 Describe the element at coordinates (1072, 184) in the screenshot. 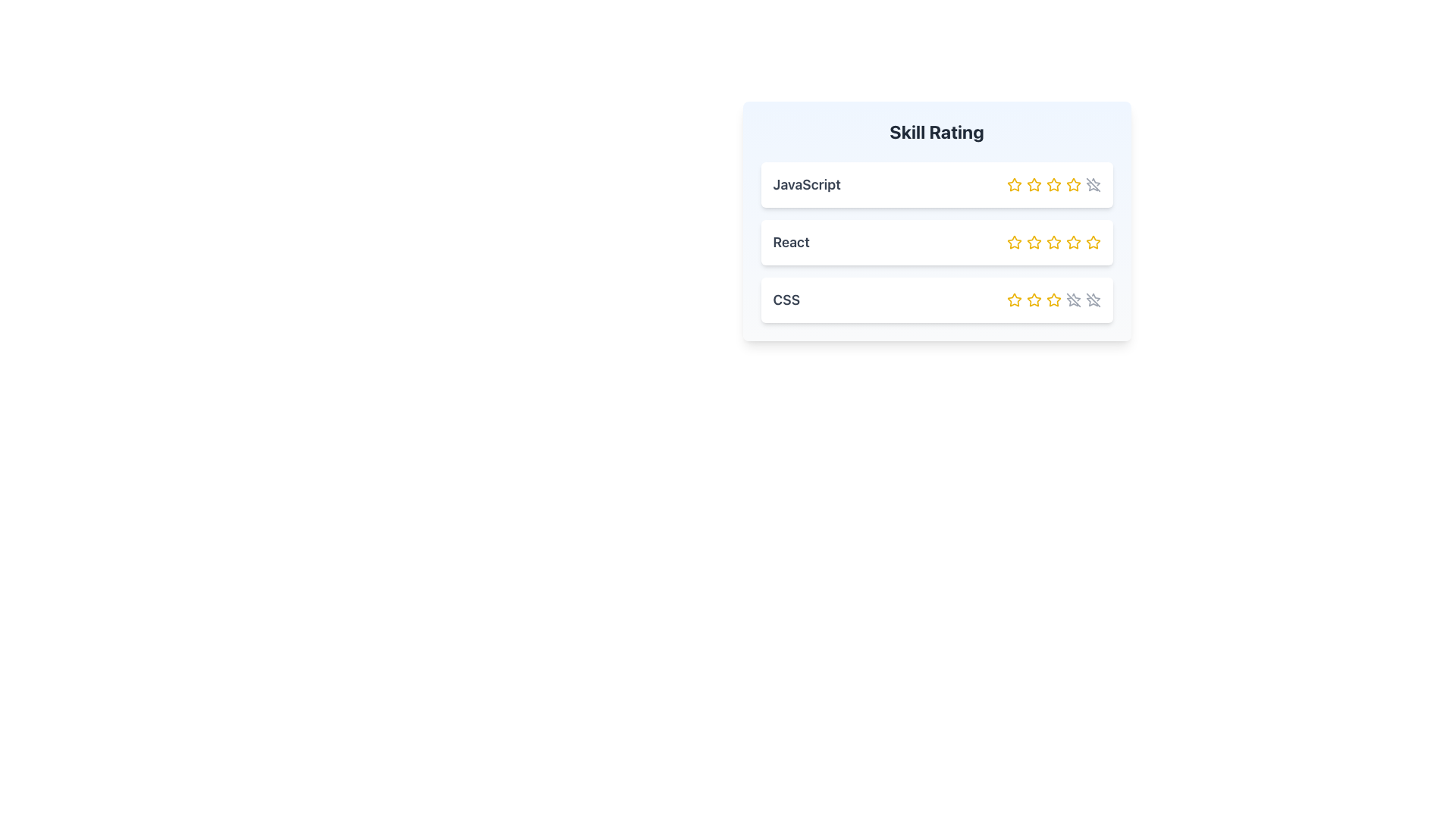

I see `the fourth star icon in the rating system for the 'JavaScript' skill set` at that location.